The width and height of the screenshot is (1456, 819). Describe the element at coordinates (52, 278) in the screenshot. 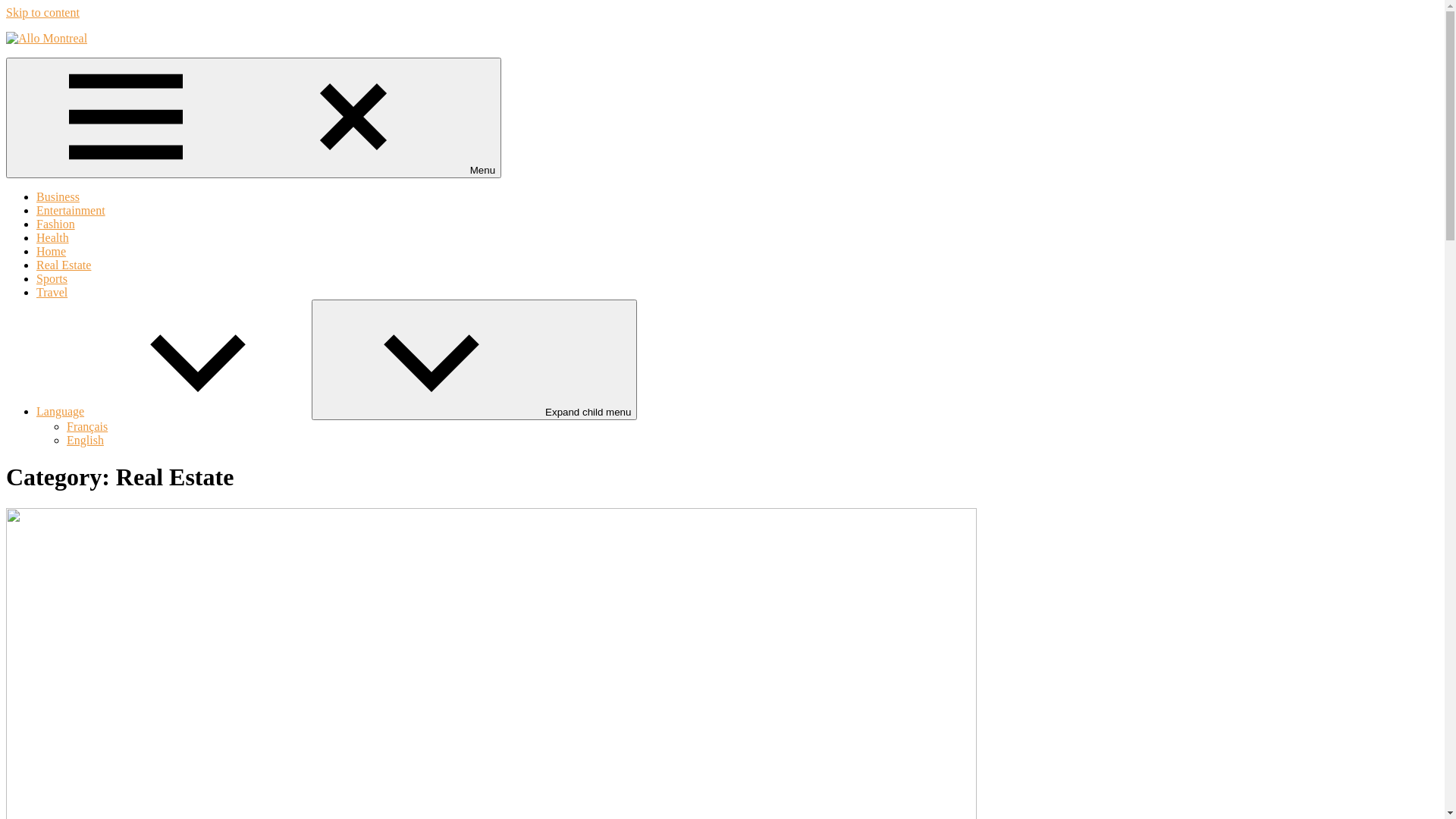

I see `'Sports'` at that location.